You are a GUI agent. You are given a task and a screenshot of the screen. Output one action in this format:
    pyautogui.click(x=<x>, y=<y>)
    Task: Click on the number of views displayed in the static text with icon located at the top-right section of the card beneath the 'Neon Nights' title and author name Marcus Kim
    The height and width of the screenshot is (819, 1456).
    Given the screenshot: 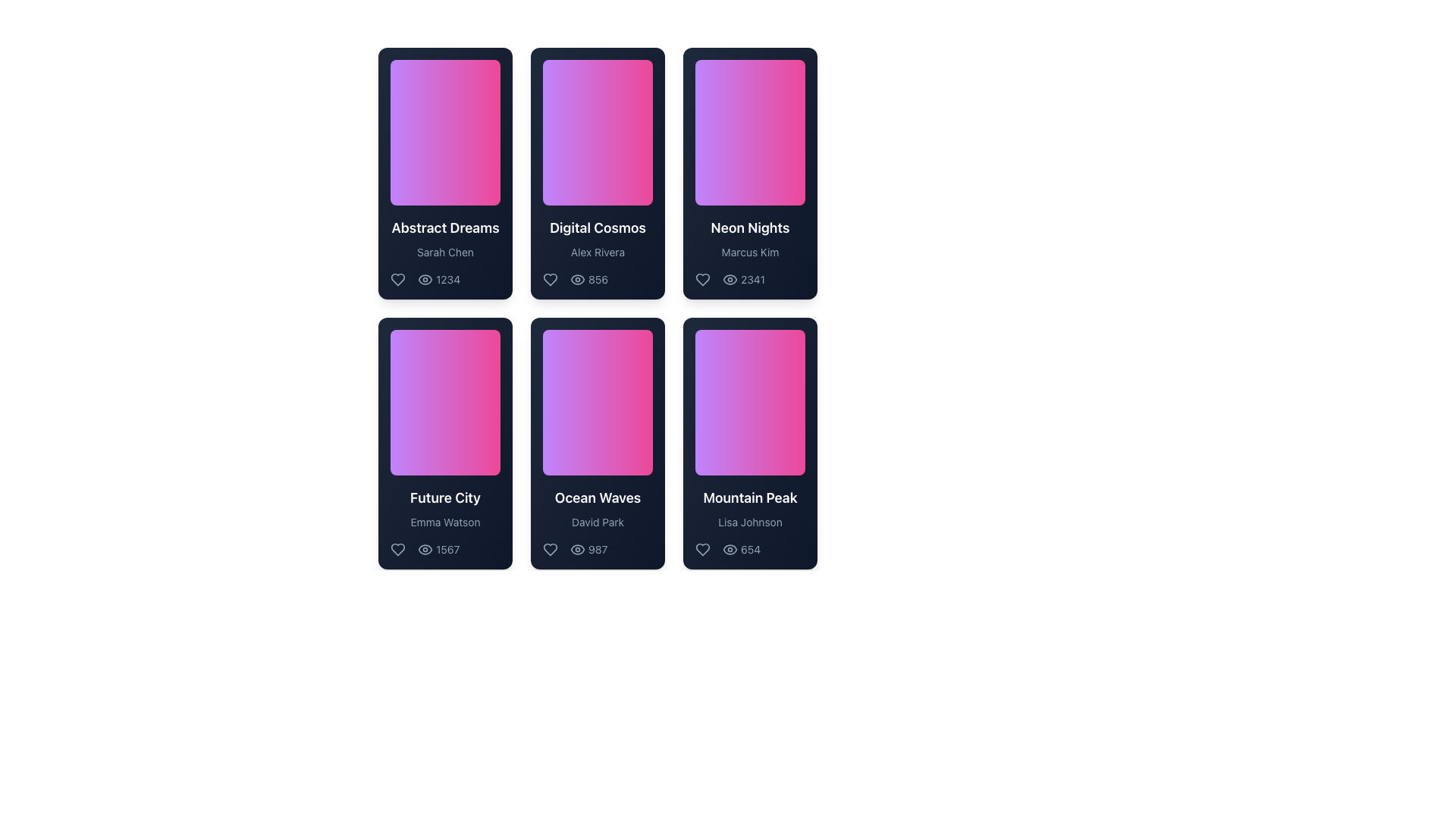 What is the action you would take?
    pyautogui.click(x=730, y=280)
    